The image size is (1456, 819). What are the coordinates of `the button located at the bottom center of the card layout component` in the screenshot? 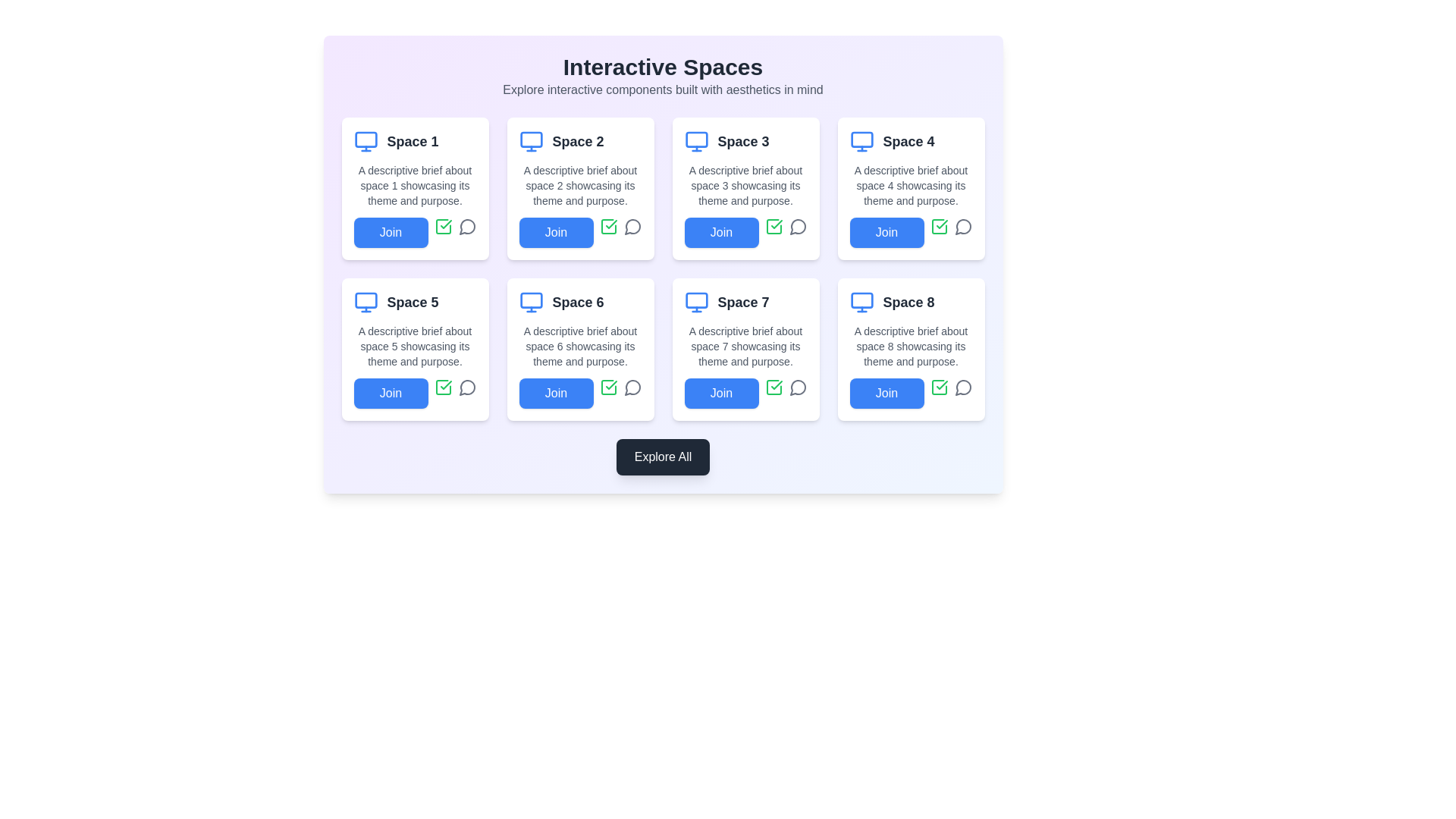 It's located at (663, 456).